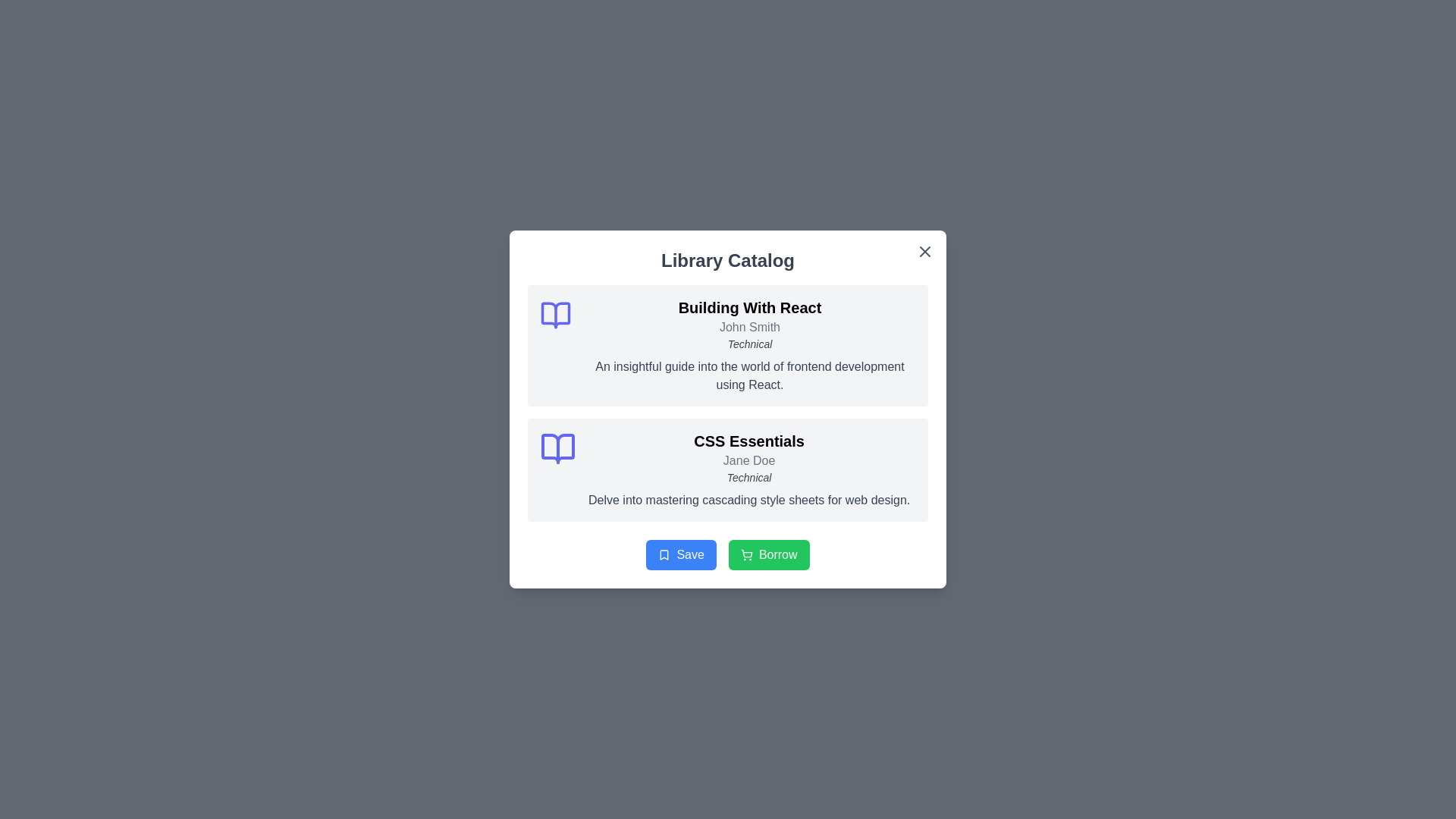  What do you see at coordinates (749, 375) in the screenshot?
I see `text snippet labeled 'An insightful guide into the world of frontend development using React.' located in the 'Building With React' section of the 'Library Catalog' popup modal` at bounding box center [749, 375].